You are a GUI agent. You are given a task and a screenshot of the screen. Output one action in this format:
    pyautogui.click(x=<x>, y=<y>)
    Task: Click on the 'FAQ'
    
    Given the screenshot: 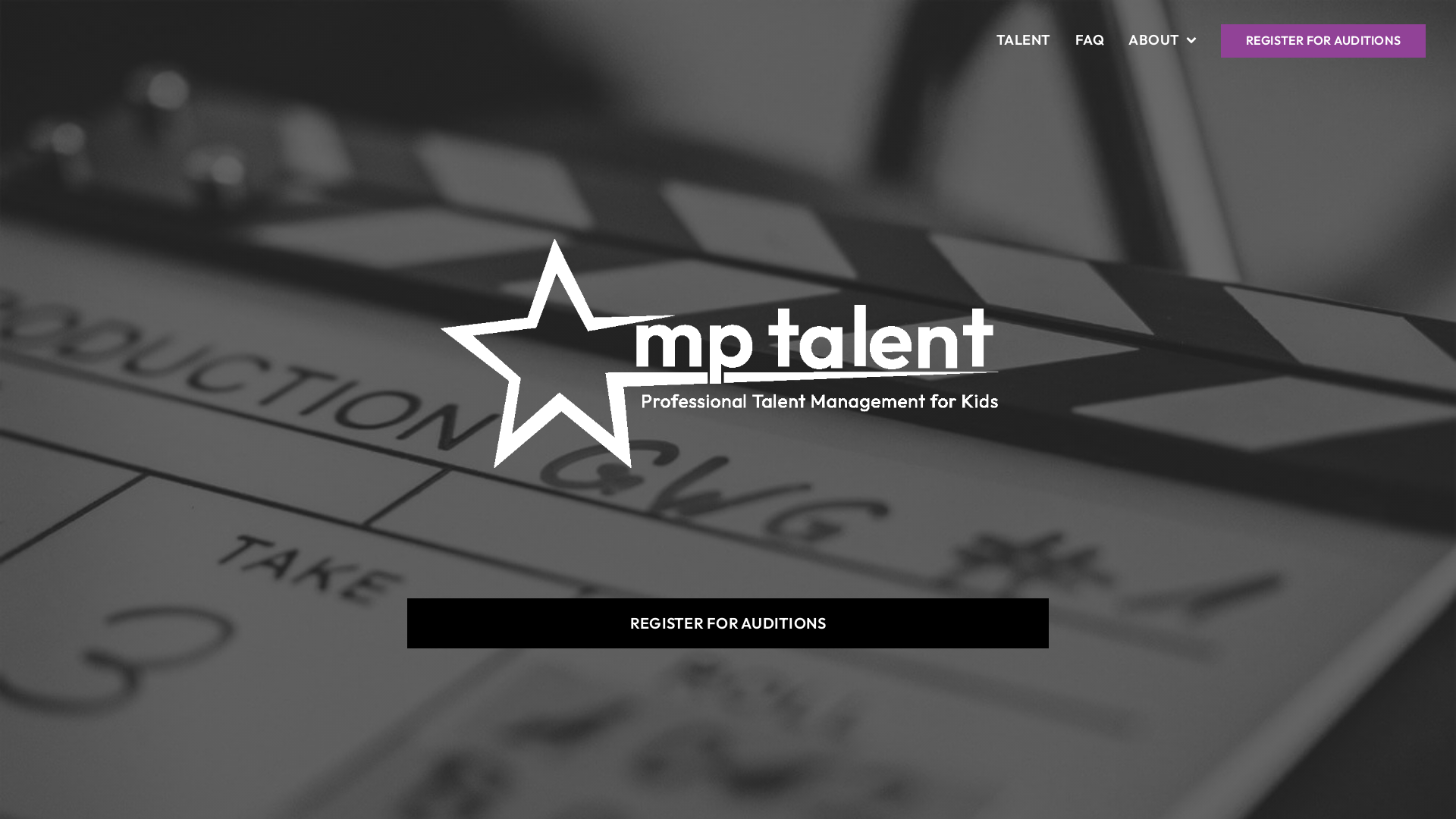 What is the action you would take?
    pyautogui.click(x=1062, y=40)
    